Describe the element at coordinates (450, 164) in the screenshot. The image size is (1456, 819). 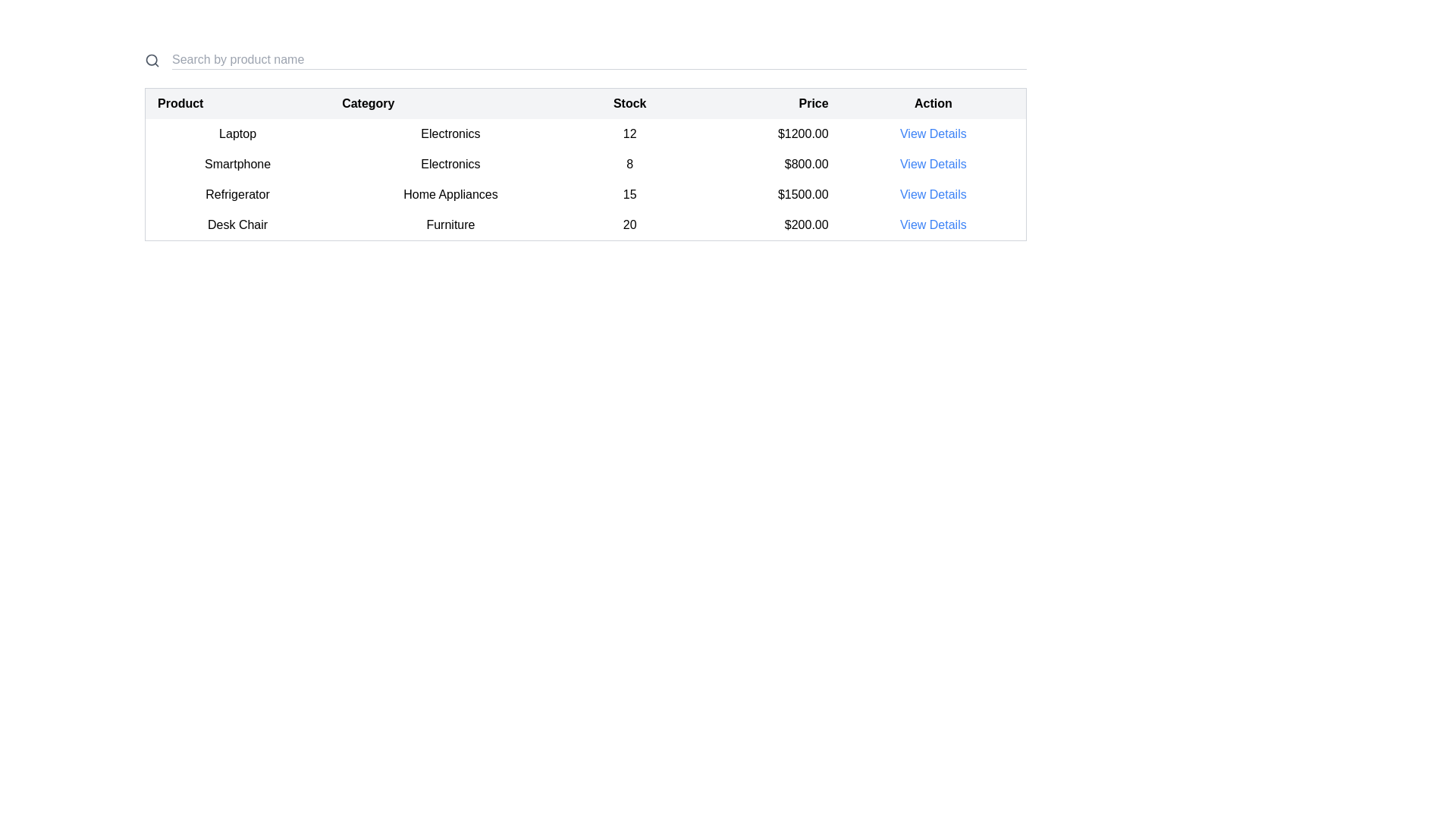
I see `displayed category from the static text label in the second column of the row for 'Smartphone', which provides information about the classification of the listed product` at that location.